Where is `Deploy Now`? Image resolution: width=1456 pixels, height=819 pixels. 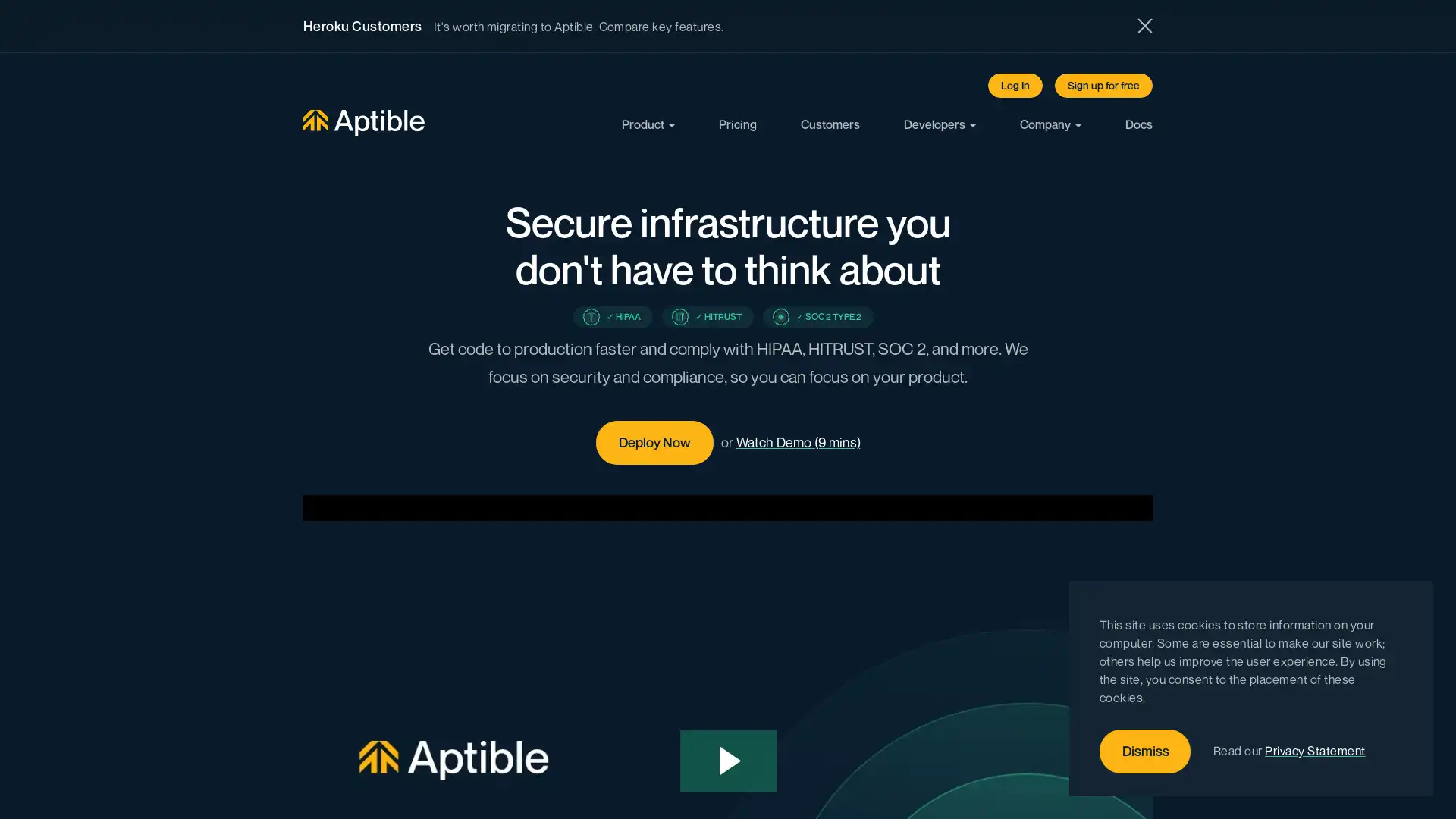
Deploy Now is located at coordinates (654, 442).